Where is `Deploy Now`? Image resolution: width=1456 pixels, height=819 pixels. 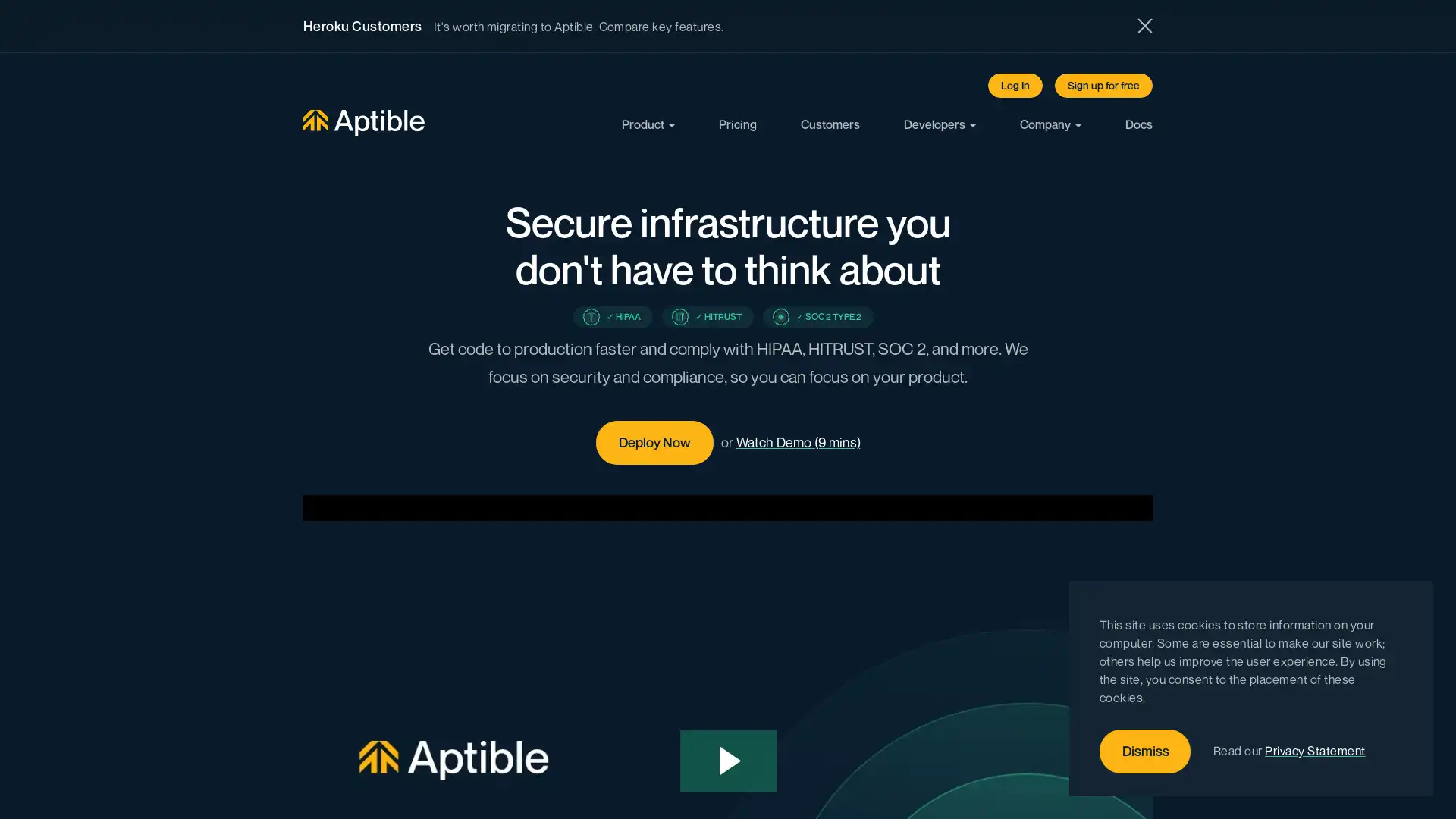
Deploy Now is located at coordinates (654, 442).